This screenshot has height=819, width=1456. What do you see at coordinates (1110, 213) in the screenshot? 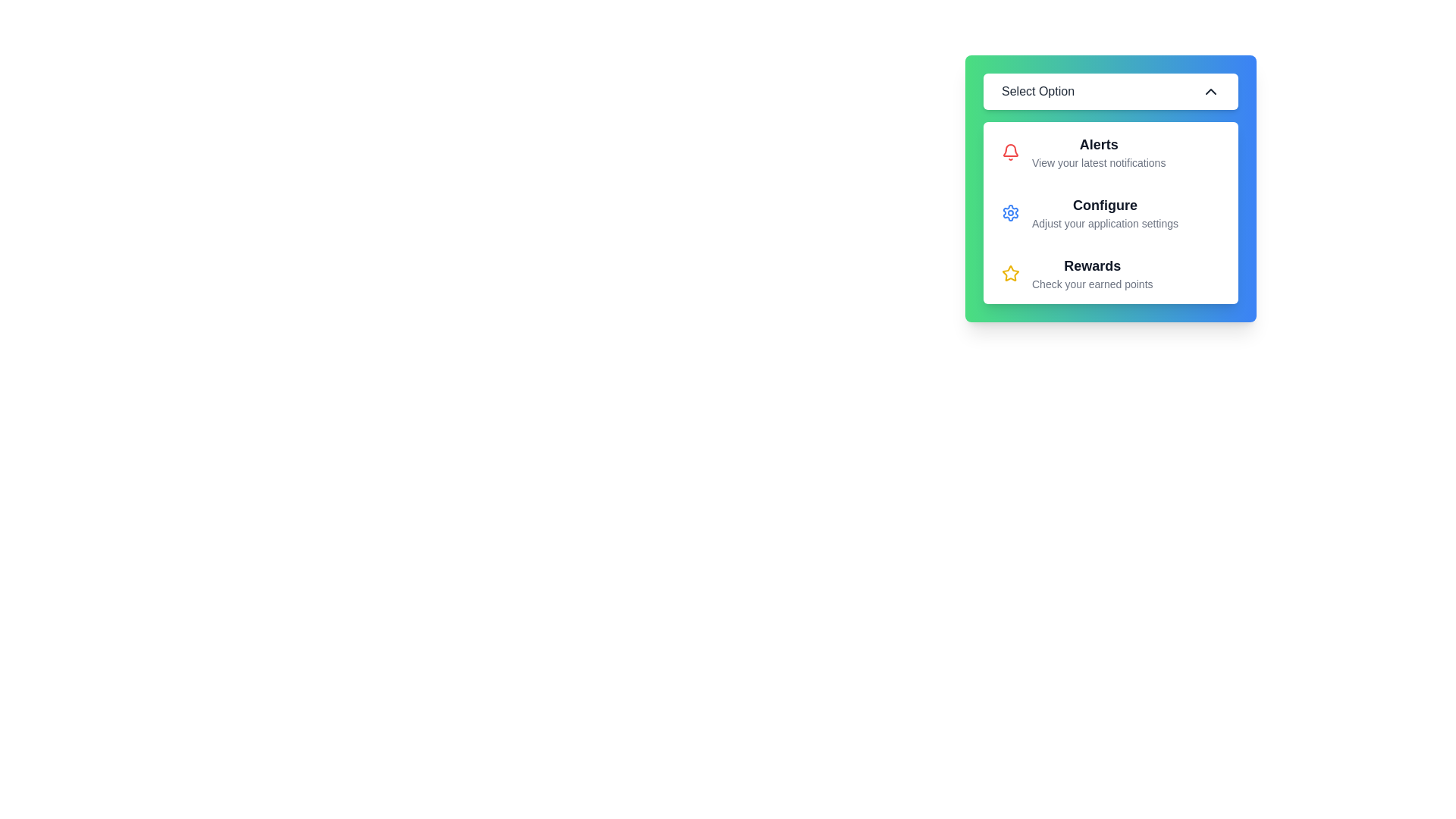
I see `the 'Configure' text of the second item in the vertically arranged list under the dropdown menu` at bounding box center [1110, 213].